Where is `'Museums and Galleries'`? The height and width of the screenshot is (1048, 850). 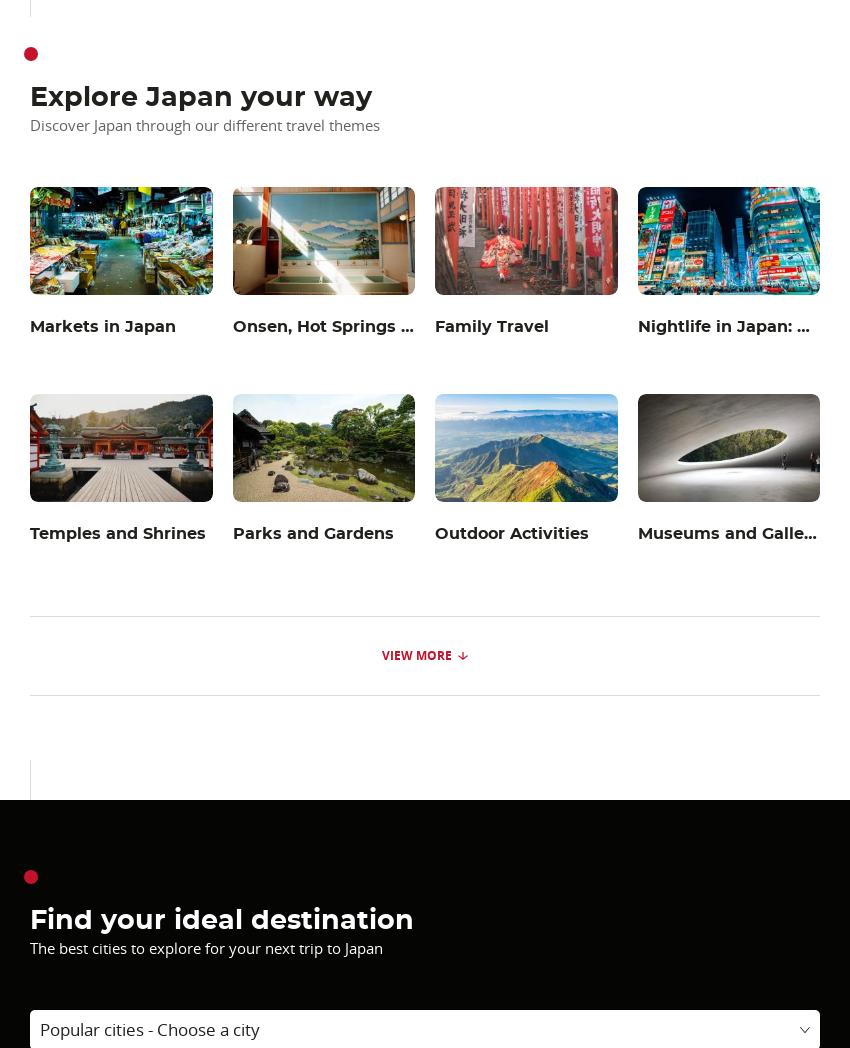
'Museums and Galleries' is located at coordinates (735, 532).